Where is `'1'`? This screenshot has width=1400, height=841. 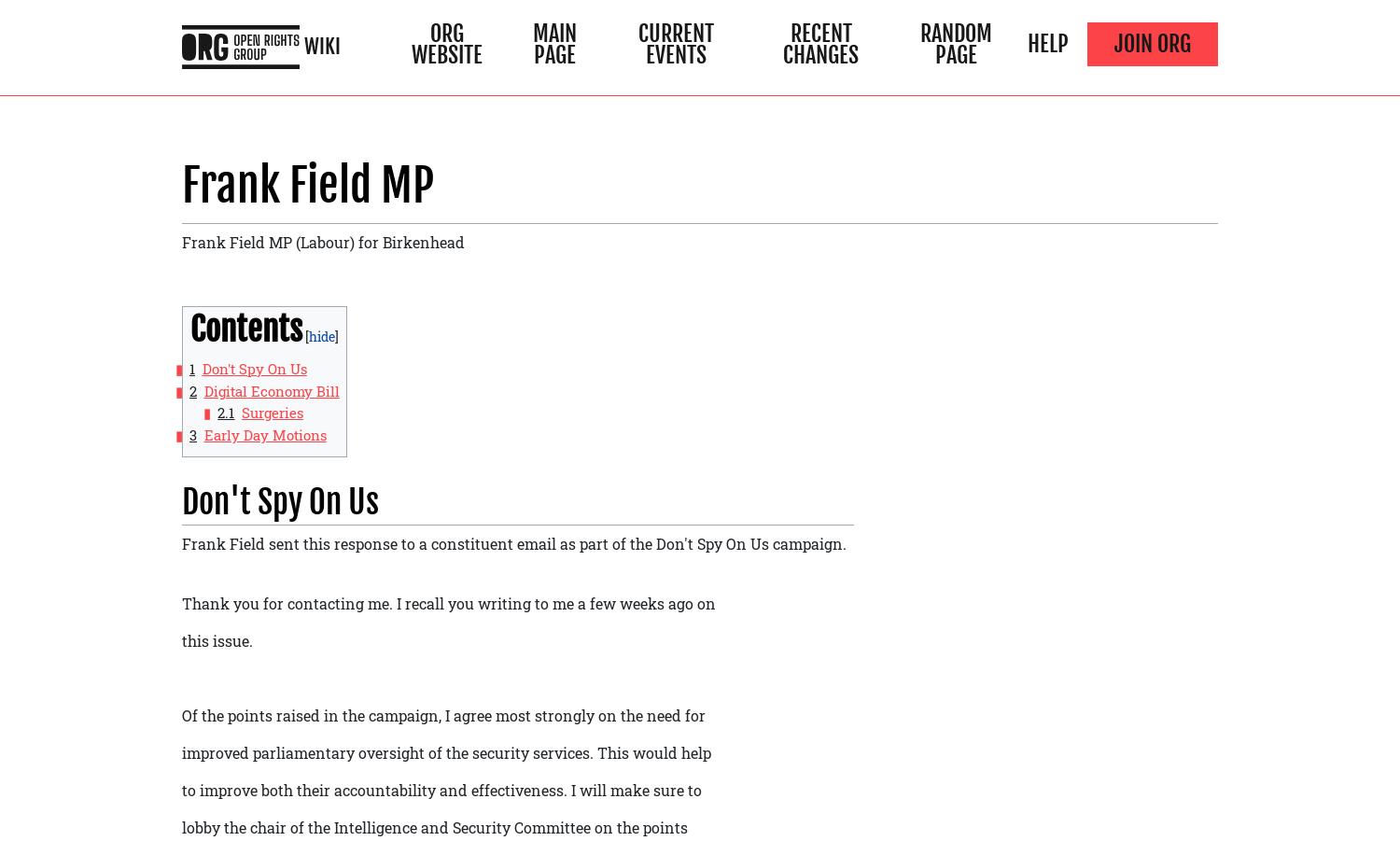
'1' is located at coordinates (188, 367).